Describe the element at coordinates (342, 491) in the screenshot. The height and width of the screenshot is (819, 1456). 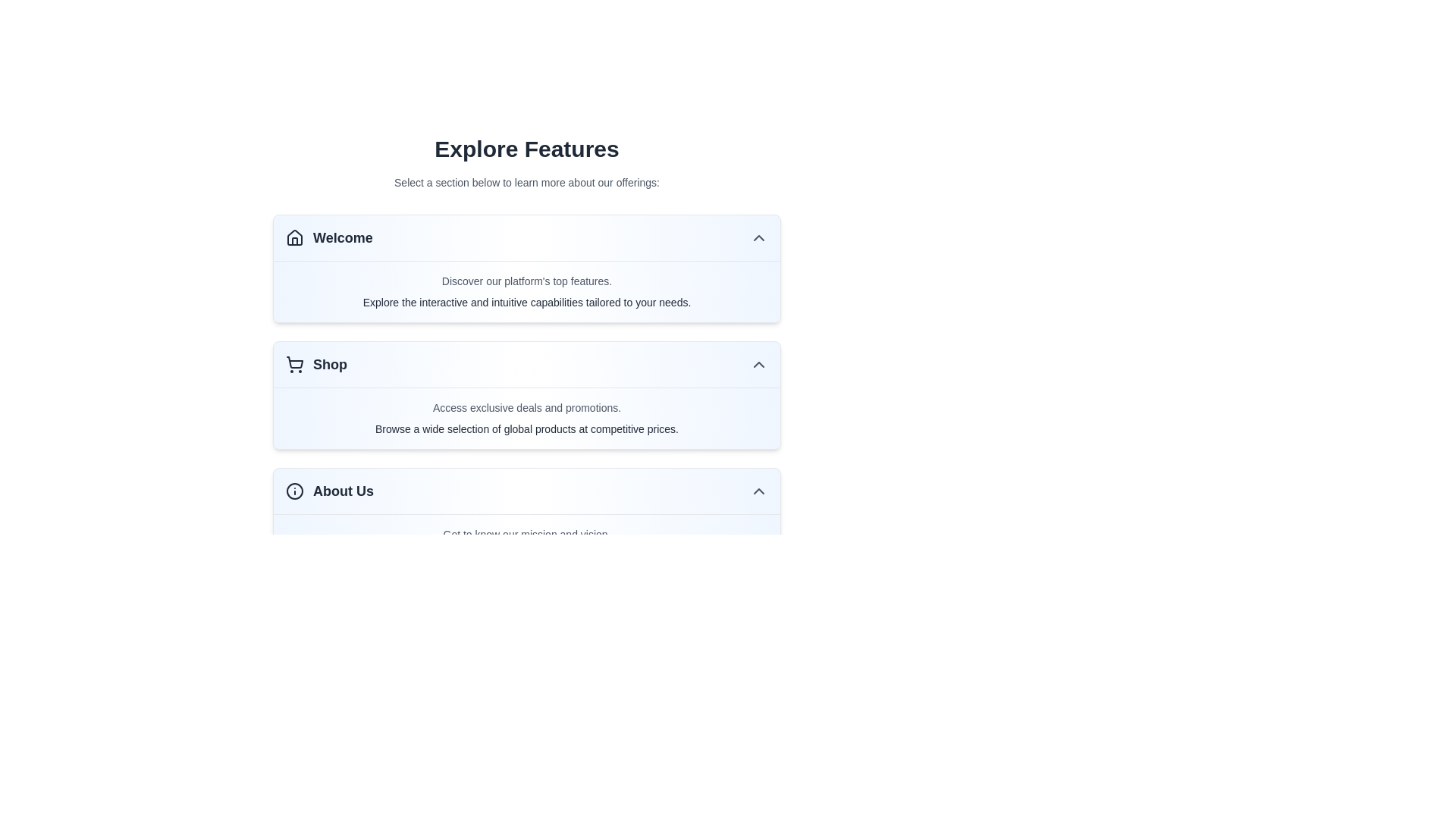
I see `the 'About Us' title text, which is positioned at the bottom of the section list and to the right of the circular 'i' icon` at that location.